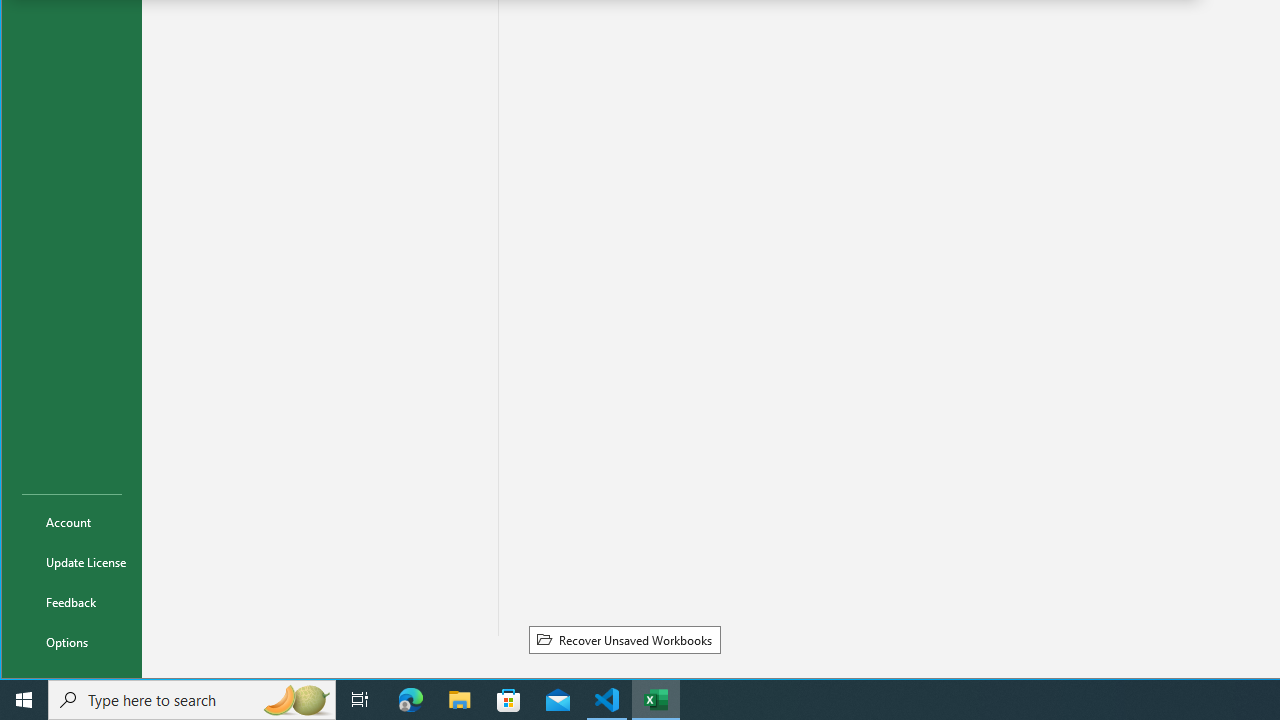  Describe the element at coordinates (359, 698) in the screenshot. I see `'Task View'` at that location.